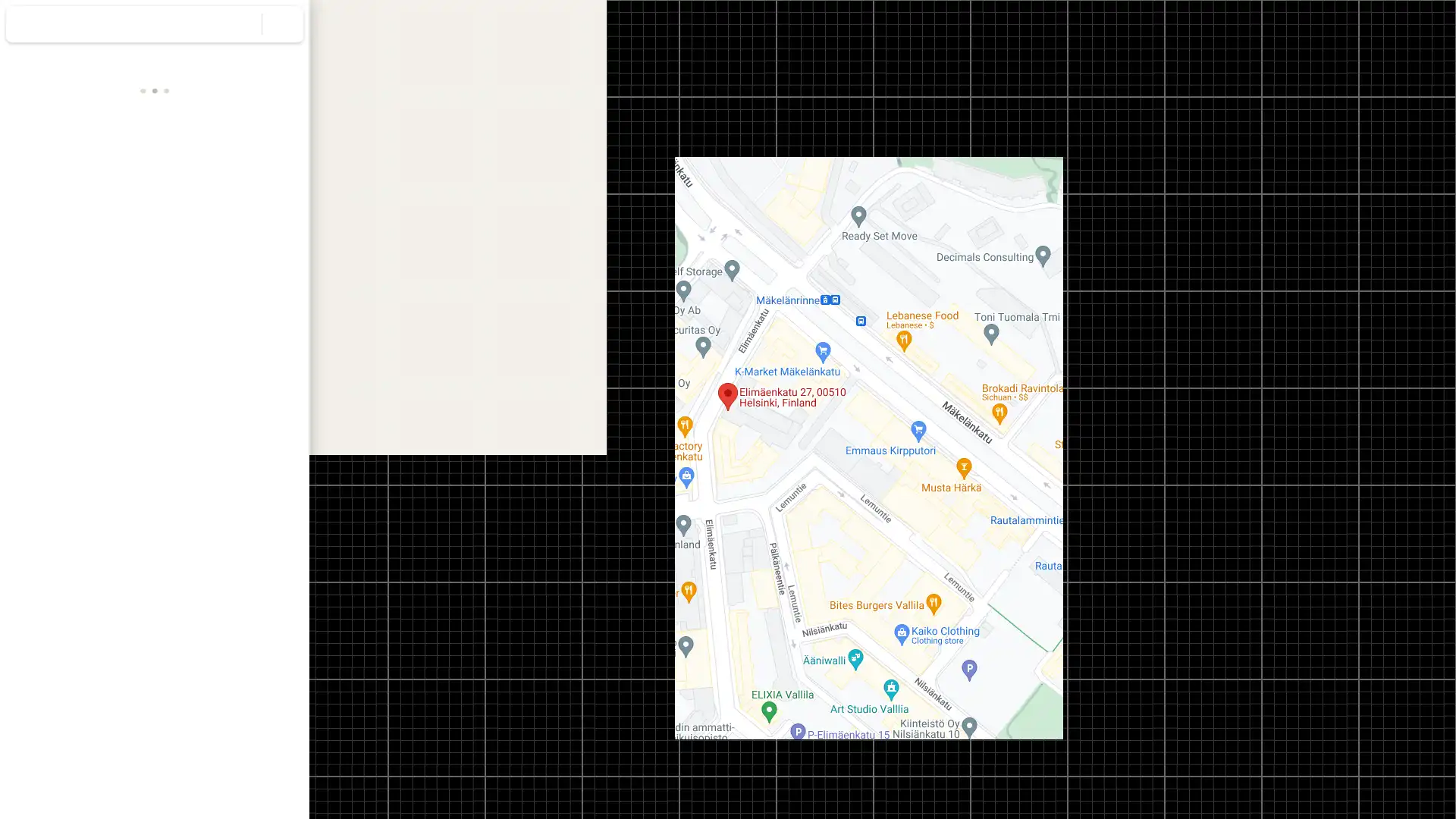 This screenshot has height=819, width=1456. Describe the element at coordinates (249, 362) in the screenshot. I see `Copy plus code` at that location.